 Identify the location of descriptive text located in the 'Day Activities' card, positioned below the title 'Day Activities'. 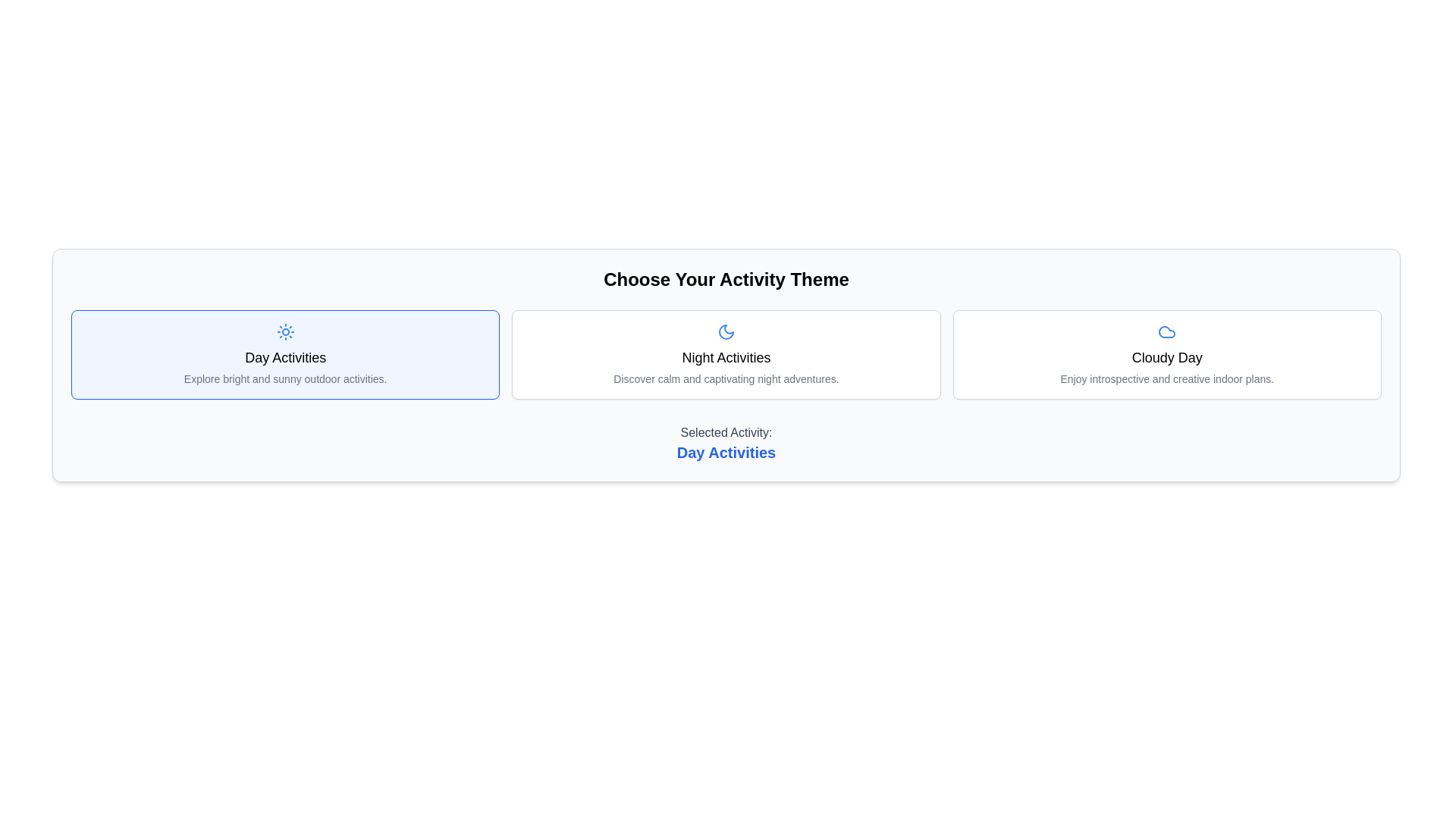
(285, 378).